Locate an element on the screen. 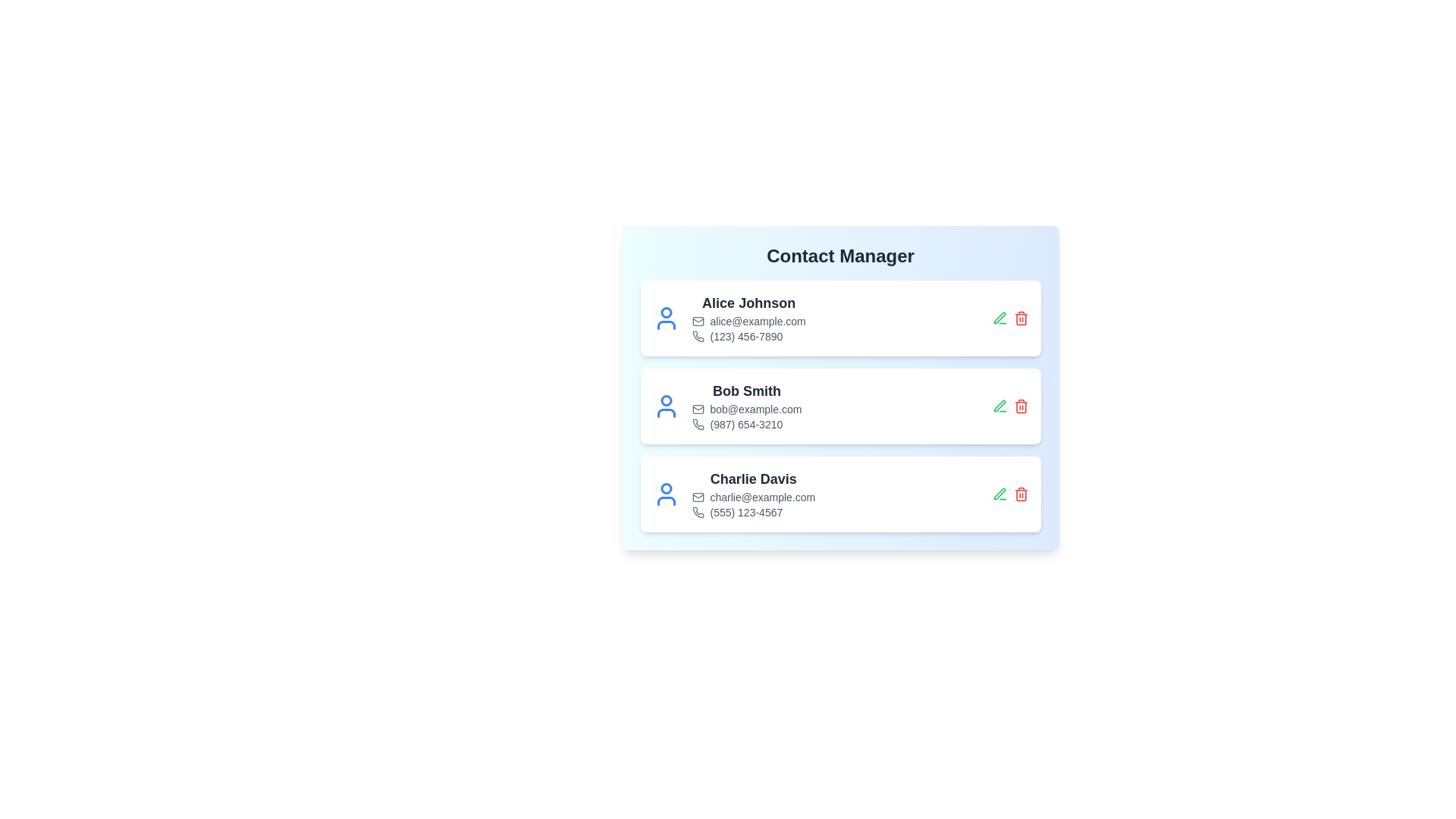 This screenshot has width=1456, height=819. the edit button for the contact Alice Johnson is located at coordinates (999, 318).